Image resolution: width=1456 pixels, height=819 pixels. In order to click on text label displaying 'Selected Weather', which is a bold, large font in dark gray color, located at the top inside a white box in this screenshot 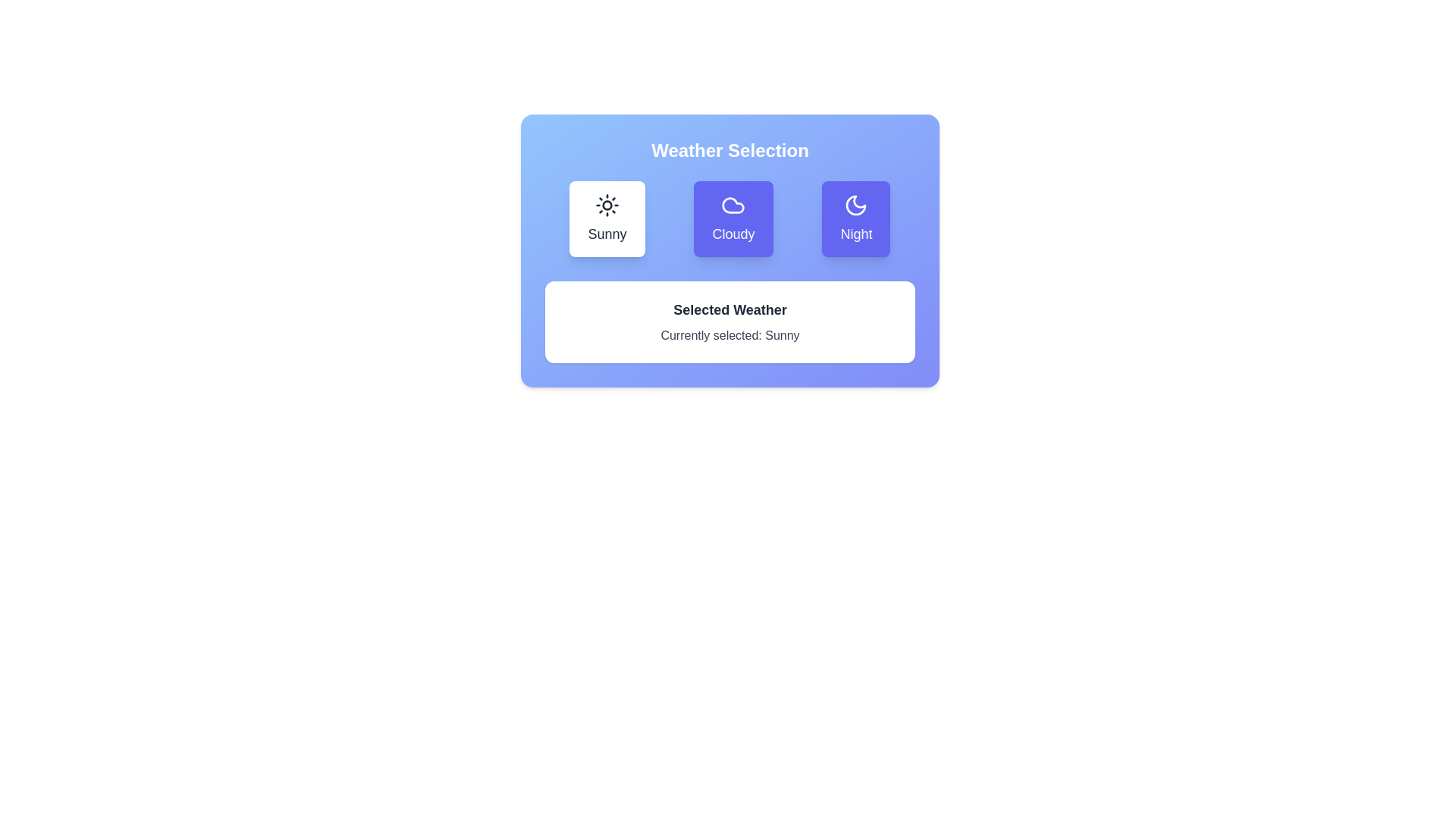, I will do `click(730, 309)`.